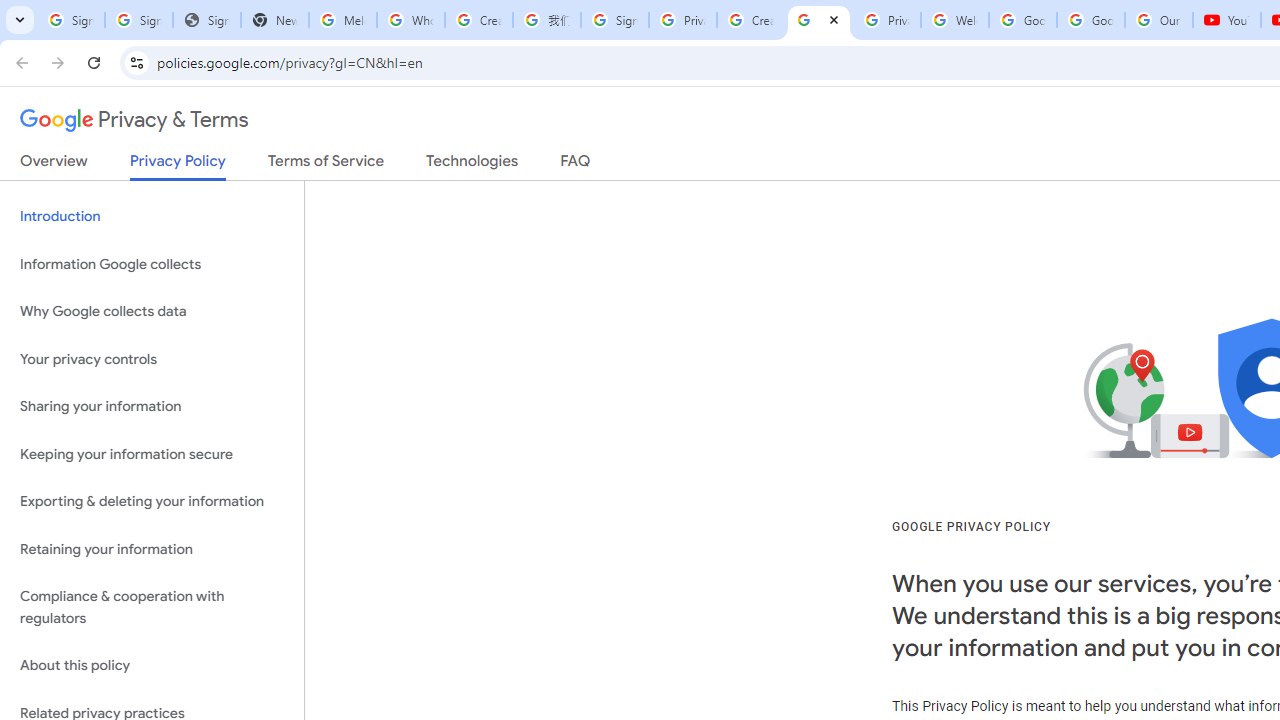 Image resolution: width=1280 pixels, height=720 pixels. I want to click on 'New Tab', so click(273, 20).